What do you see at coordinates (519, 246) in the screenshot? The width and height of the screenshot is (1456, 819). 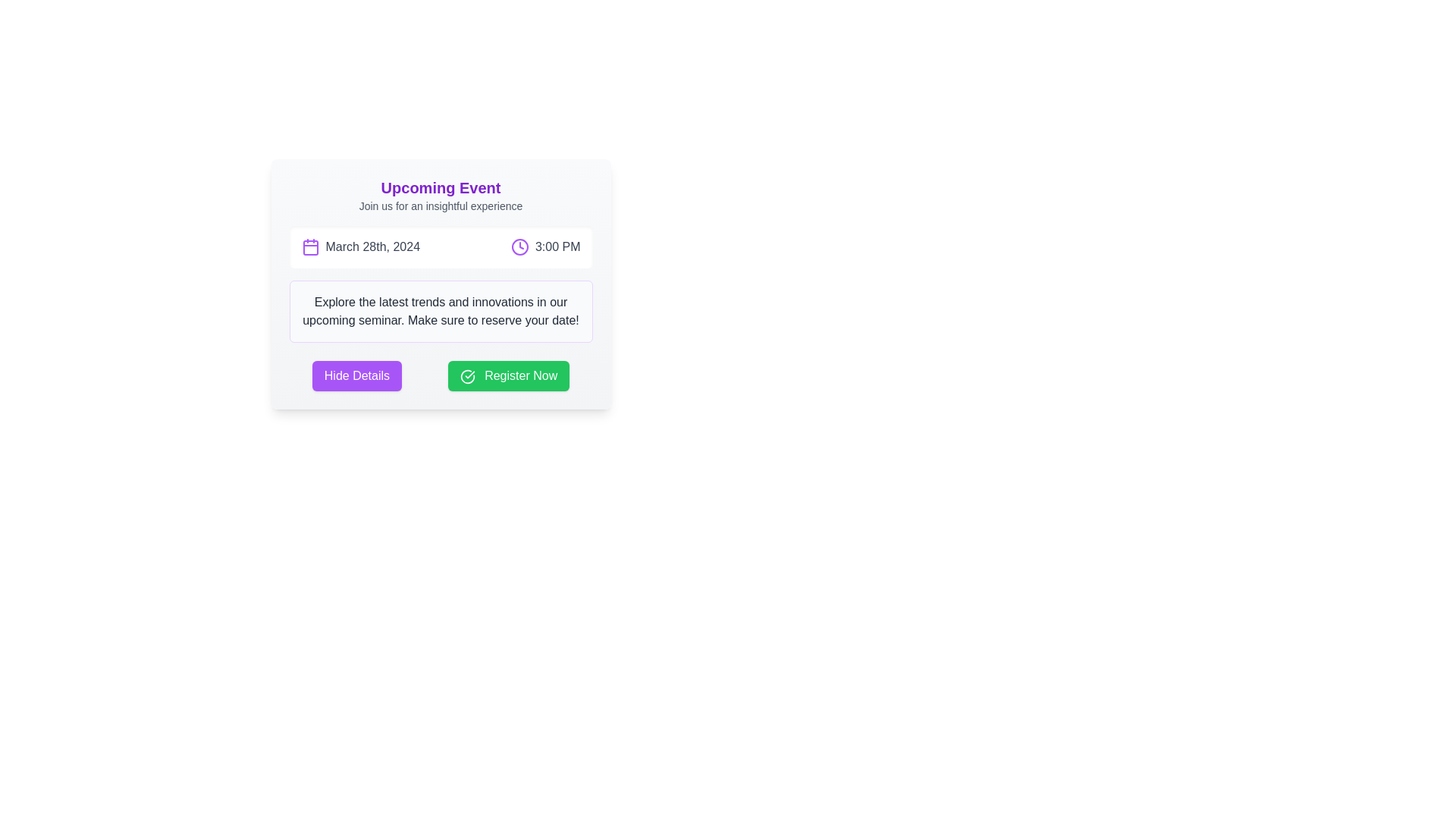 I see `the outermost circle of the clock icon, which is outlined with a purple stroke and located next to the '3:00 PM' label in the event details section` at bounding box center [519, 246].